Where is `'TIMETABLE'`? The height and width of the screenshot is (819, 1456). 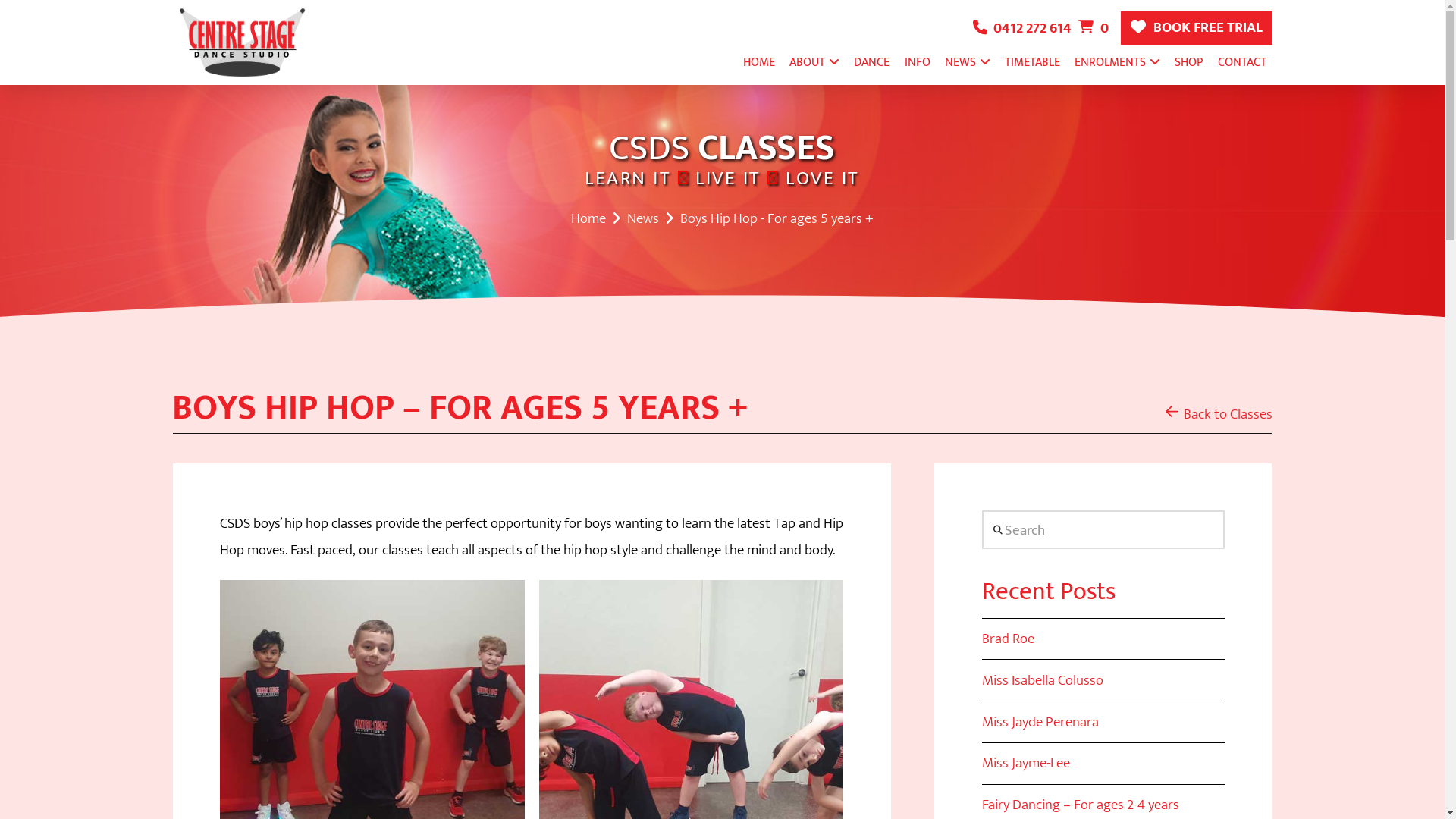 'TIMETABLE' is located at coordinates (1031, 61).